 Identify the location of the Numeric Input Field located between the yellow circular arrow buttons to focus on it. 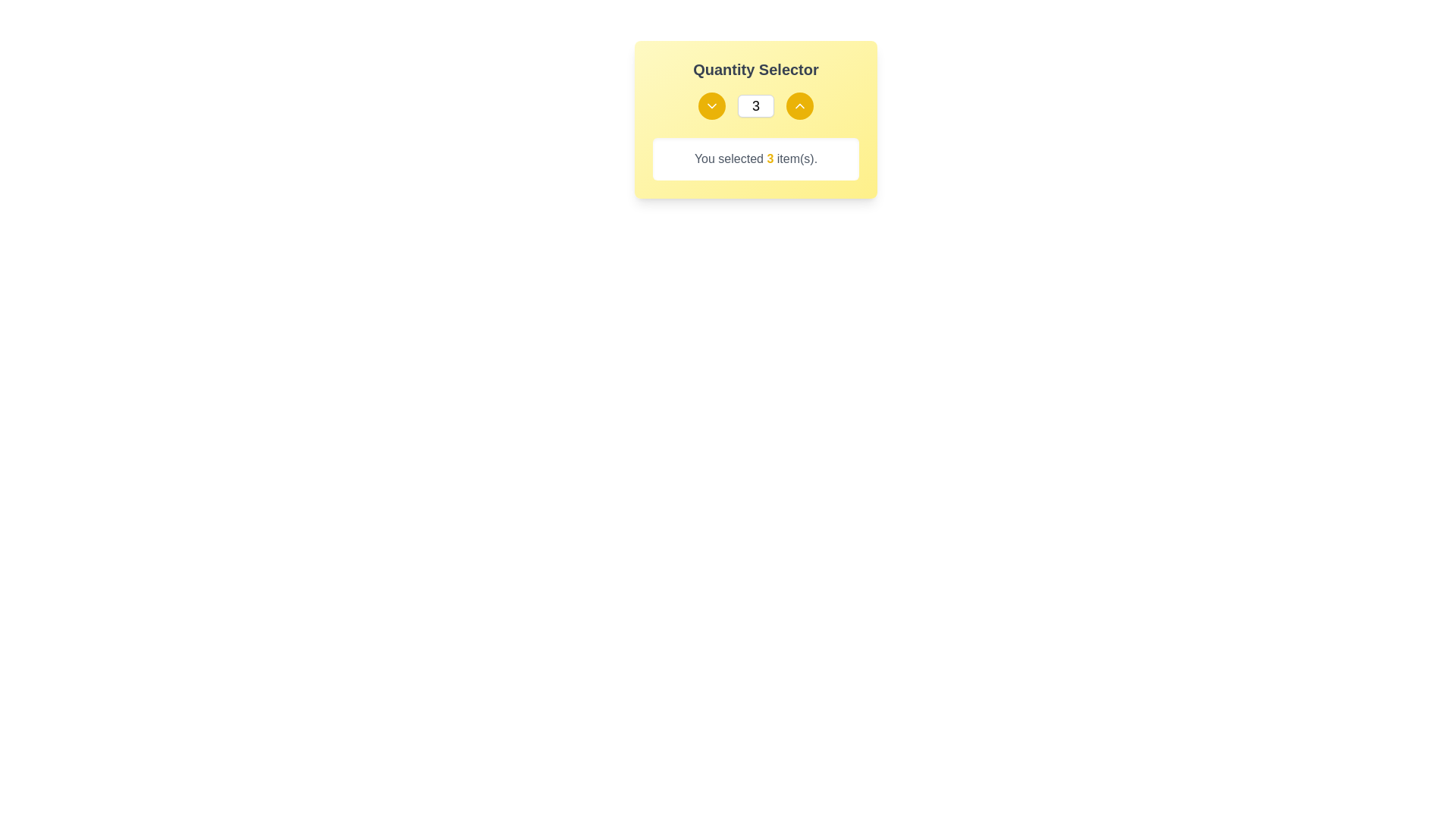
(756, 105).